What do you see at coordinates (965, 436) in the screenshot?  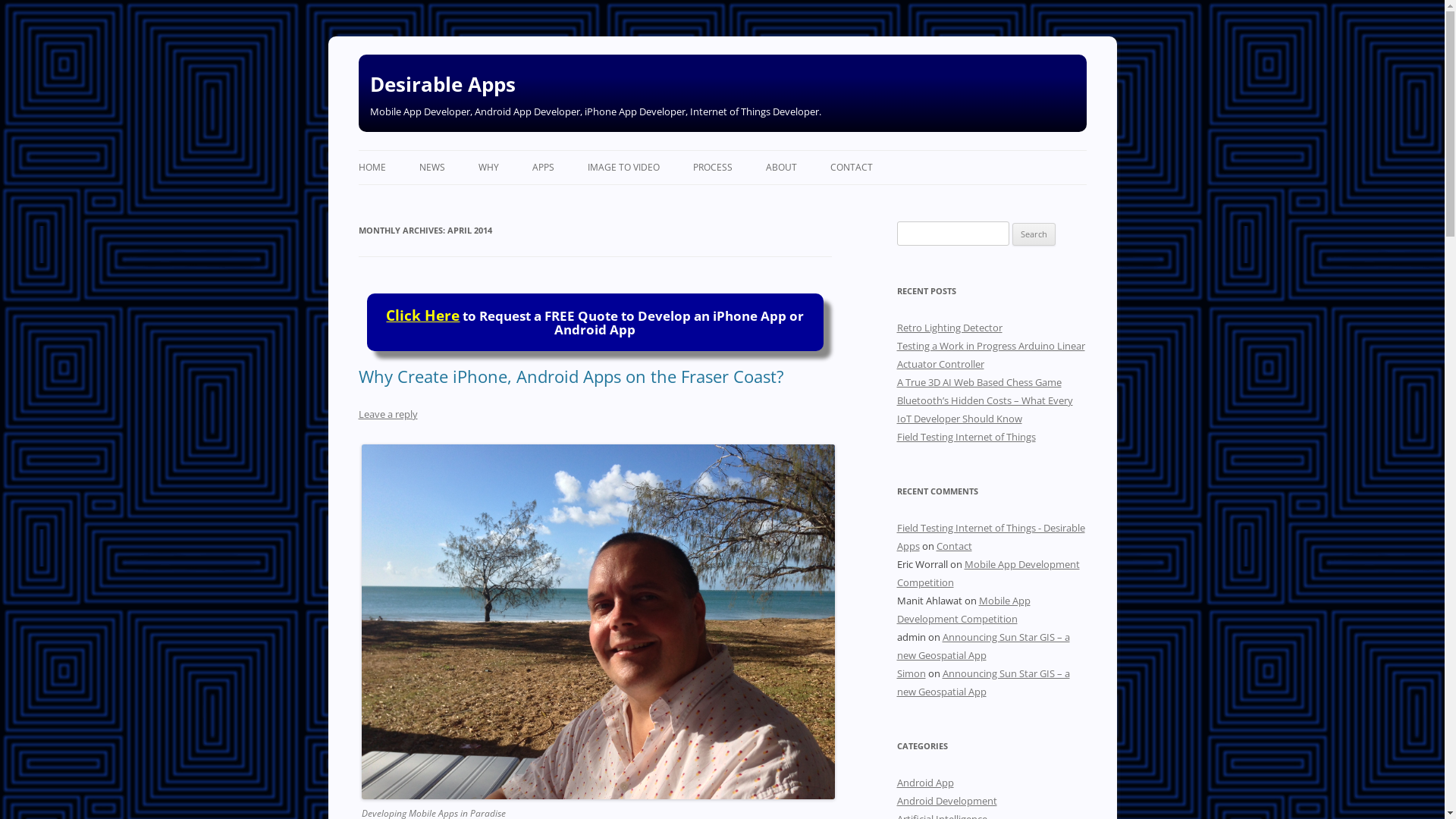 I see `'Field Testing Internet of Things'` at bounding box center [965, 436].